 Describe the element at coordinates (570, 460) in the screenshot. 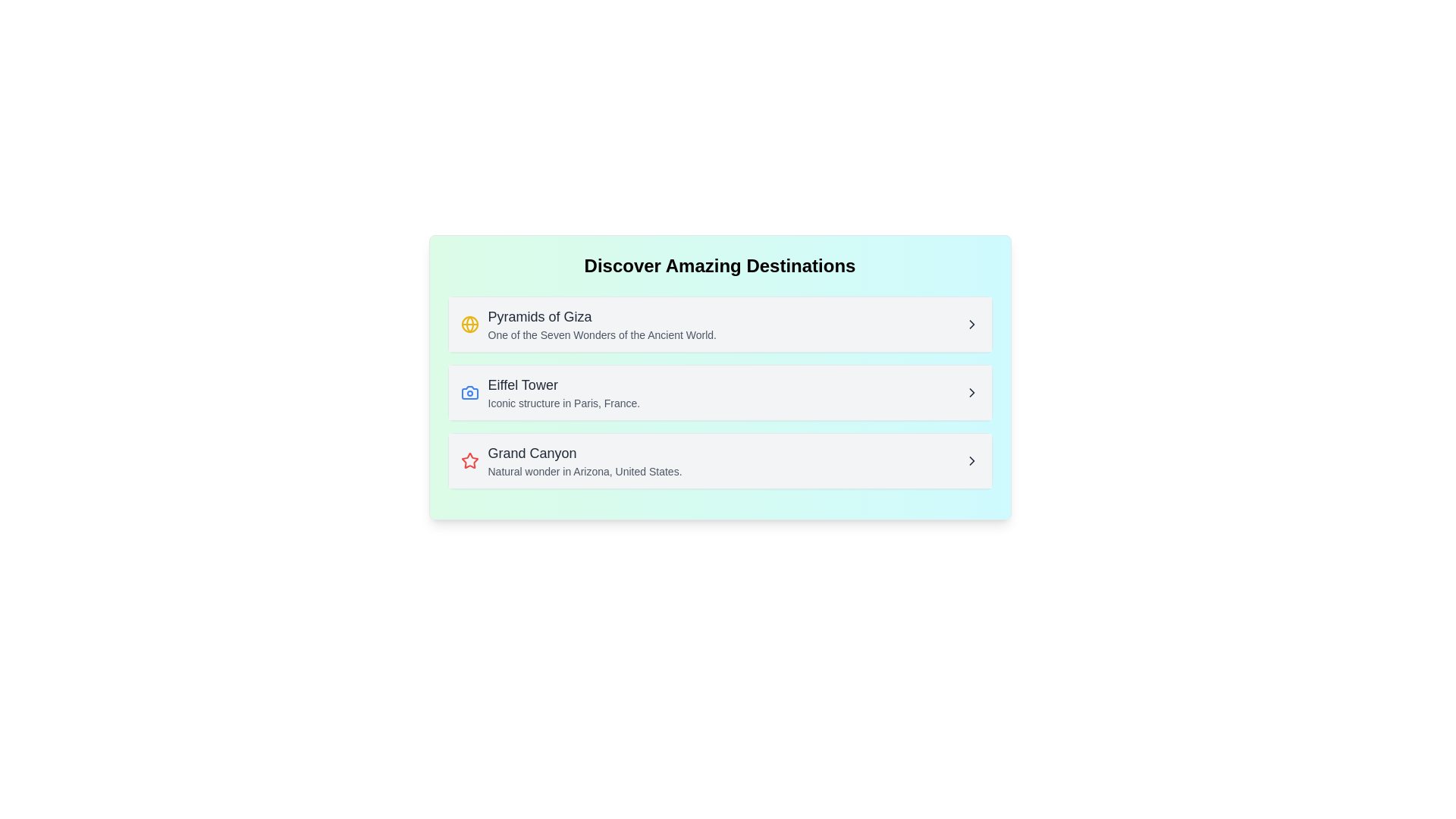

I see `the 'Grand Canyon' list item, which features a red outlined star icon and descriptive text` at that location.